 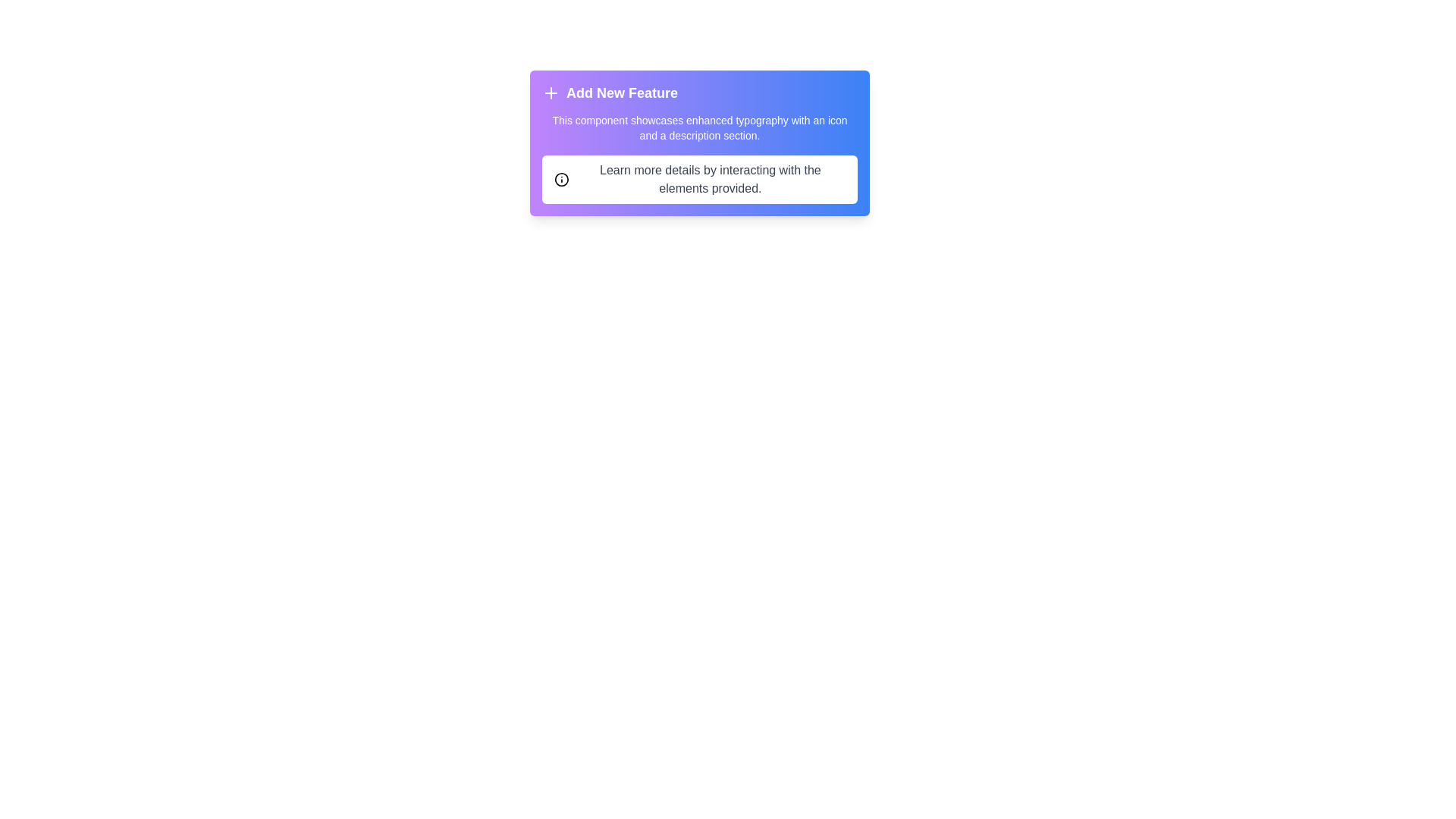 I want to click on the small, white plus symbol icon positioned to the left of the 'Add New Feature' title text, so click(x=550, y=93).